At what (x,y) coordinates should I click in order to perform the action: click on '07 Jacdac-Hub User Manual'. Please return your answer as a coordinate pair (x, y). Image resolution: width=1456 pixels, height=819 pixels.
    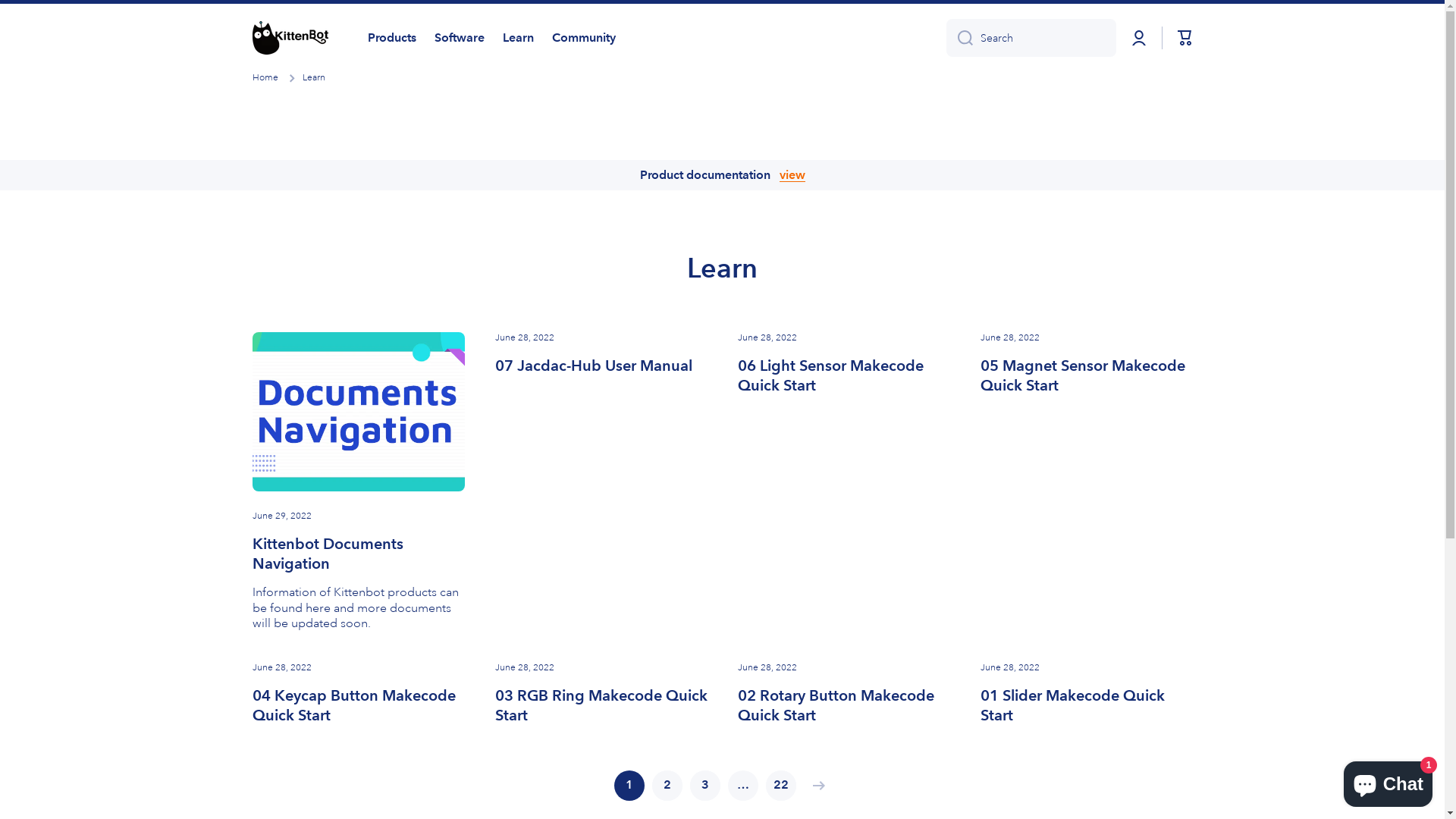
    Looking at the image, I should click on (494, 366).